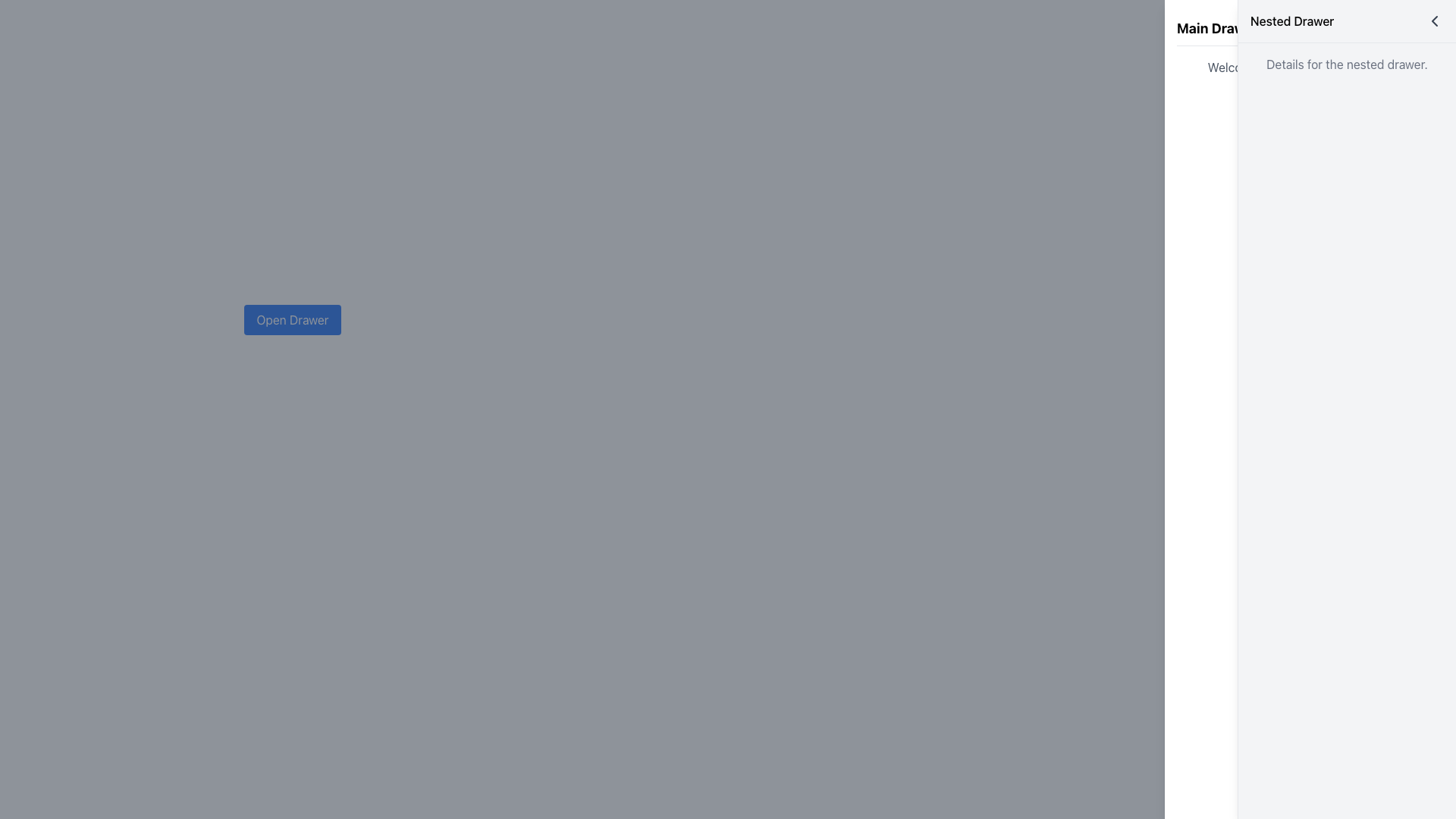  What do you see at coordinates (1433, 29) in the screenshot?
I see `the close button located at the upper right corner of the drawer modal` at bounding box center [1433, 29].